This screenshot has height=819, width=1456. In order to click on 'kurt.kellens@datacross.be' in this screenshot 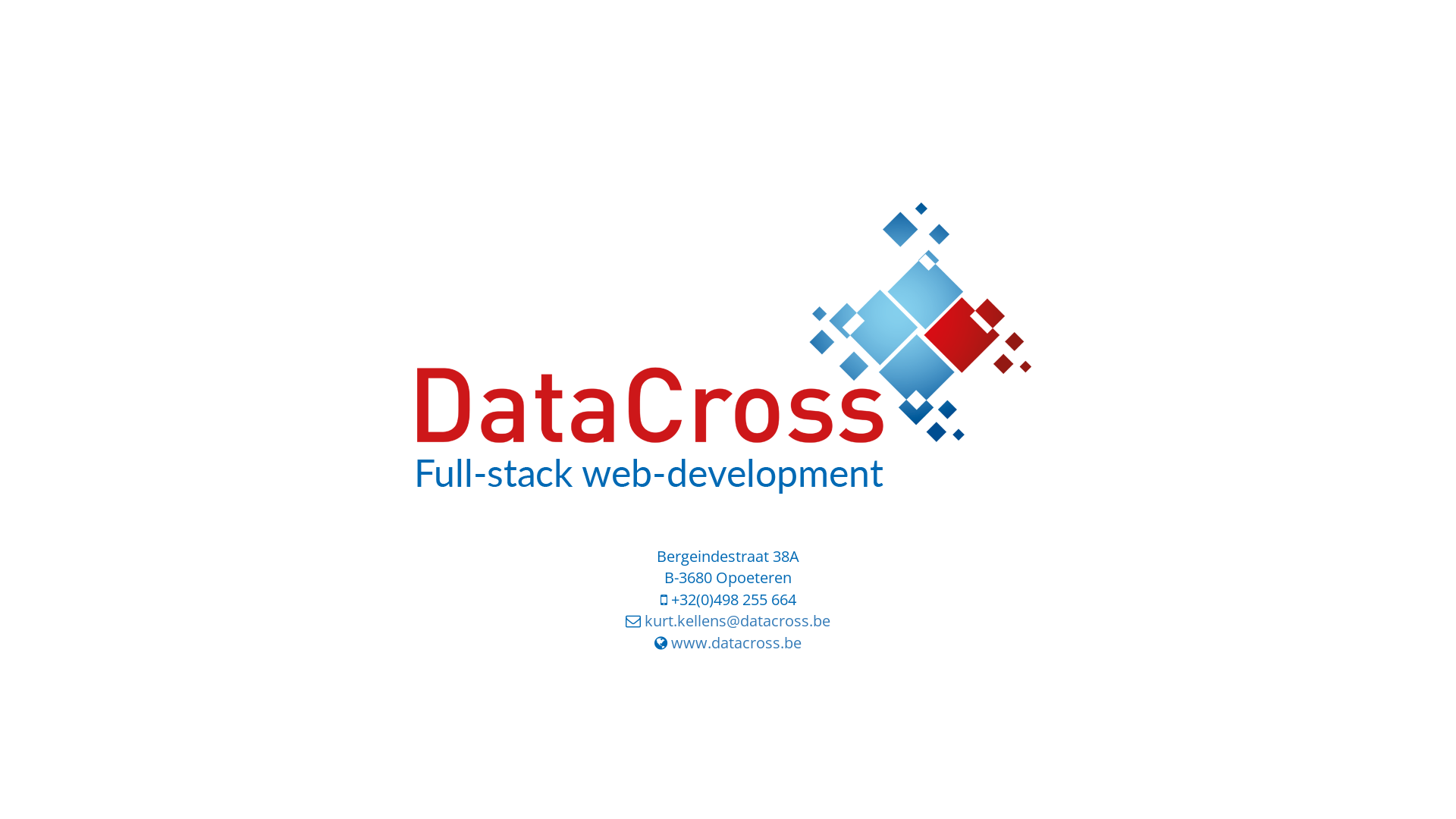, I will do `click(737, 620)`.